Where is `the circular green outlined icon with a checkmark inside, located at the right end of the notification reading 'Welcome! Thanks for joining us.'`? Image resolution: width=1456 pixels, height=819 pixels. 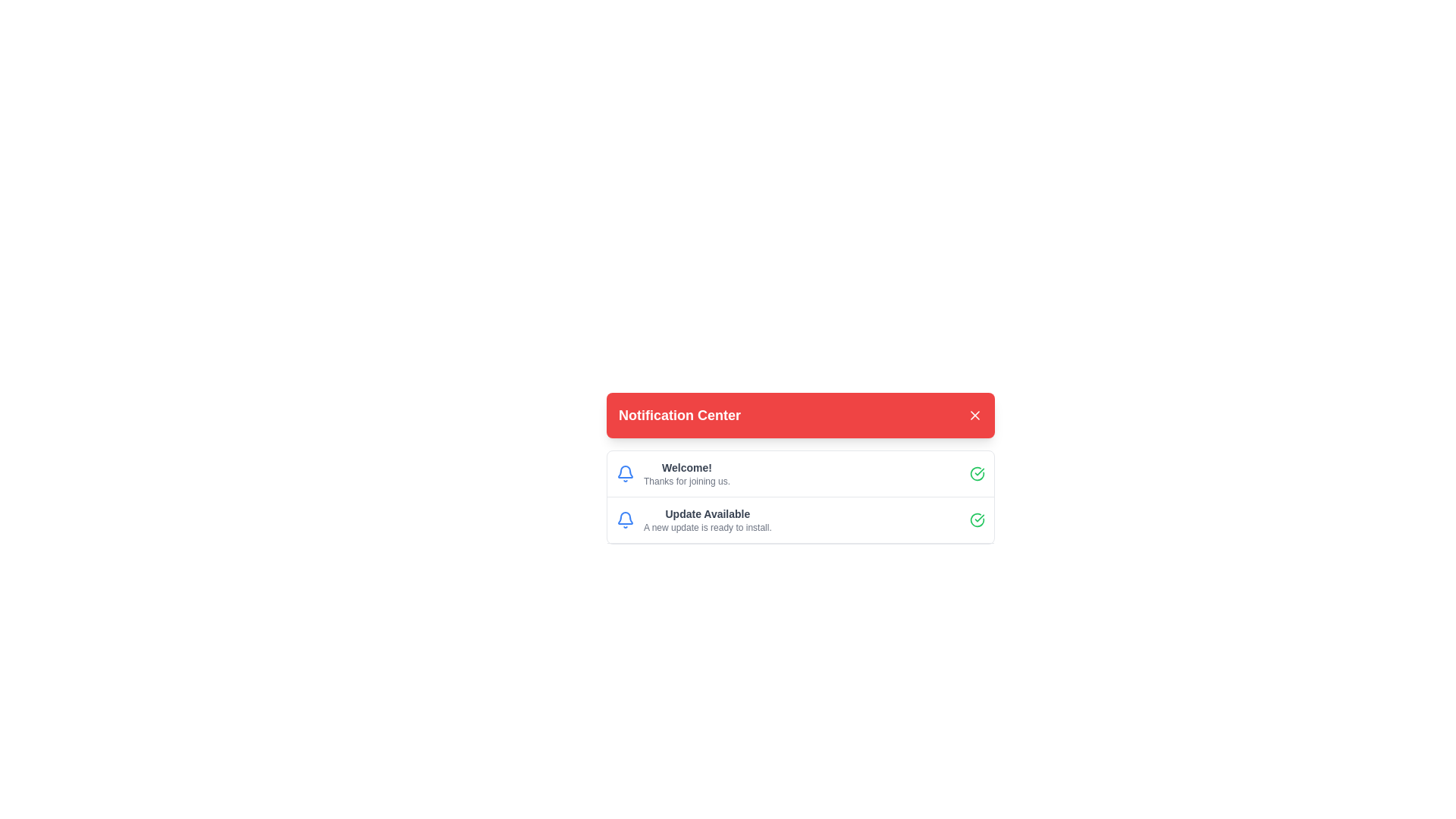
the circular green outlined icon with a checkmark inside, located at the right end of the notification reading 'Welcome! Thanks for joining us.' is located at coordinates (977, 472).